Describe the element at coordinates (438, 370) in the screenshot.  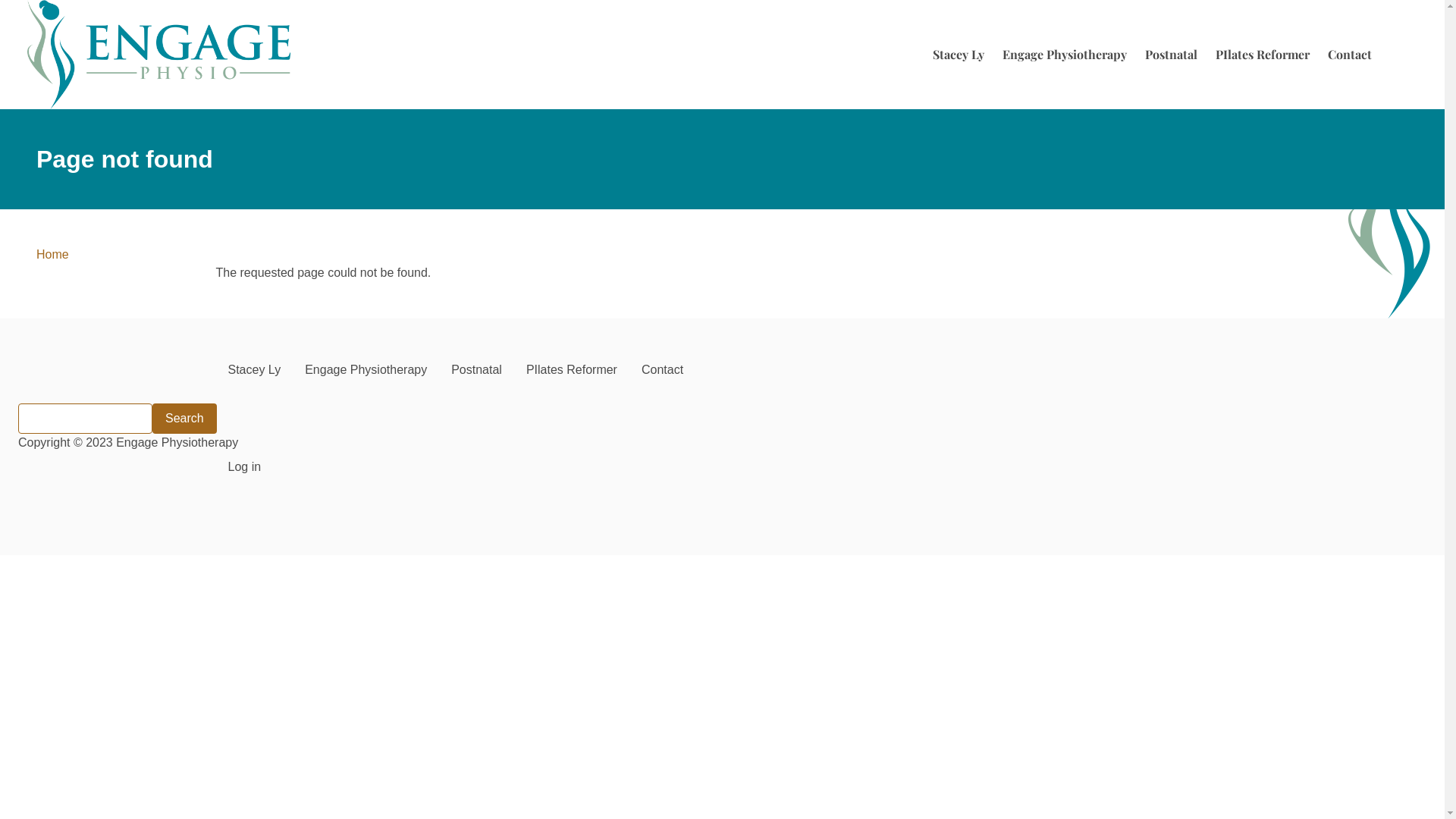
I see `'Postnatal'` at that location.